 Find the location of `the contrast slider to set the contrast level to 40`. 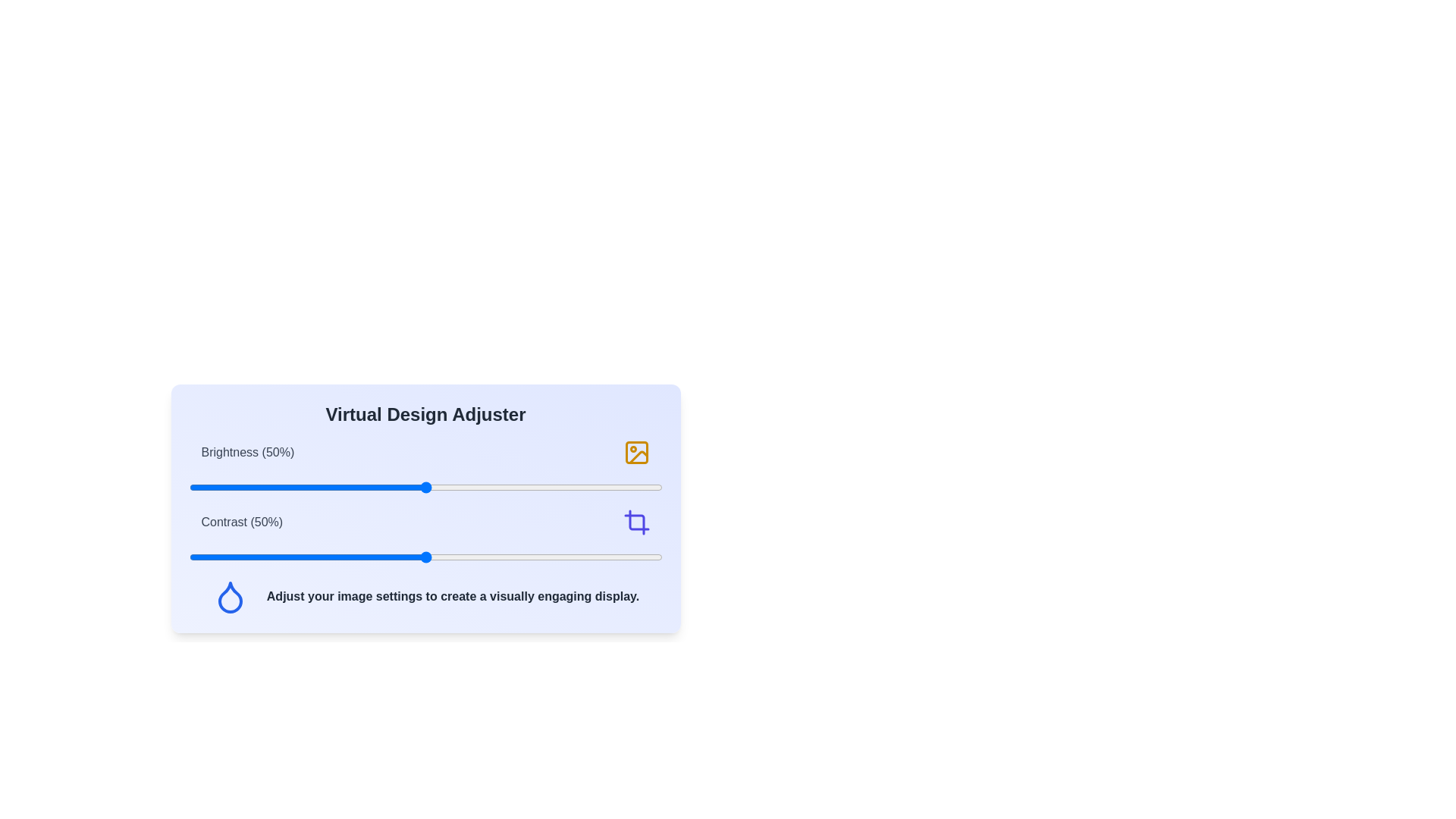

the contrast slider to set the contrast level to 40 is located at coordinates (378, 557).